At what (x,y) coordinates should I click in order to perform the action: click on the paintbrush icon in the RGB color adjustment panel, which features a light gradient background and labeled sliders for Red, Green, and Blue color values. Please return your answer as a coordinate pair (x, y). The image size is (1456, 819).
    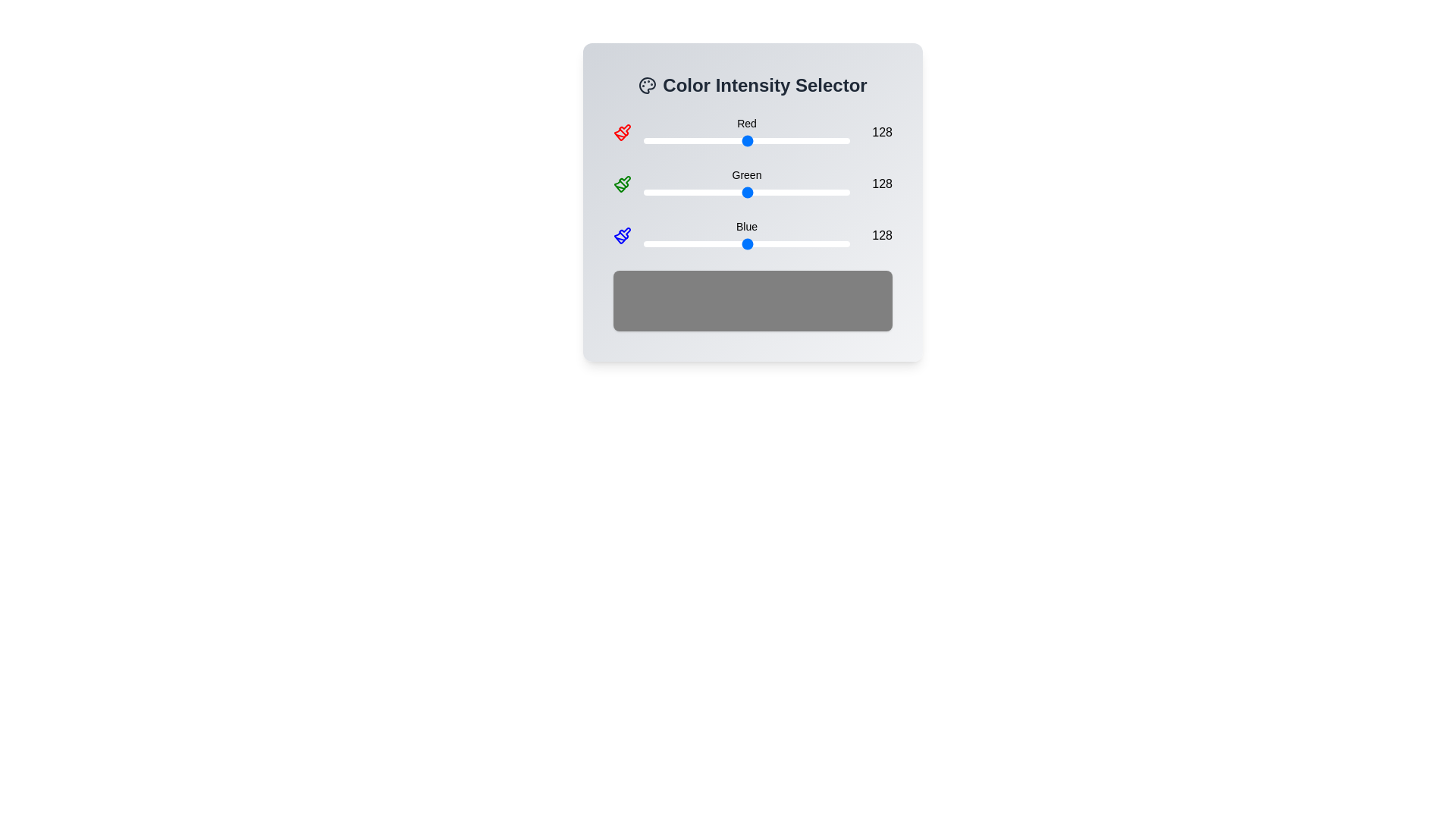
    Looking at the image, I should click on (753, 201).